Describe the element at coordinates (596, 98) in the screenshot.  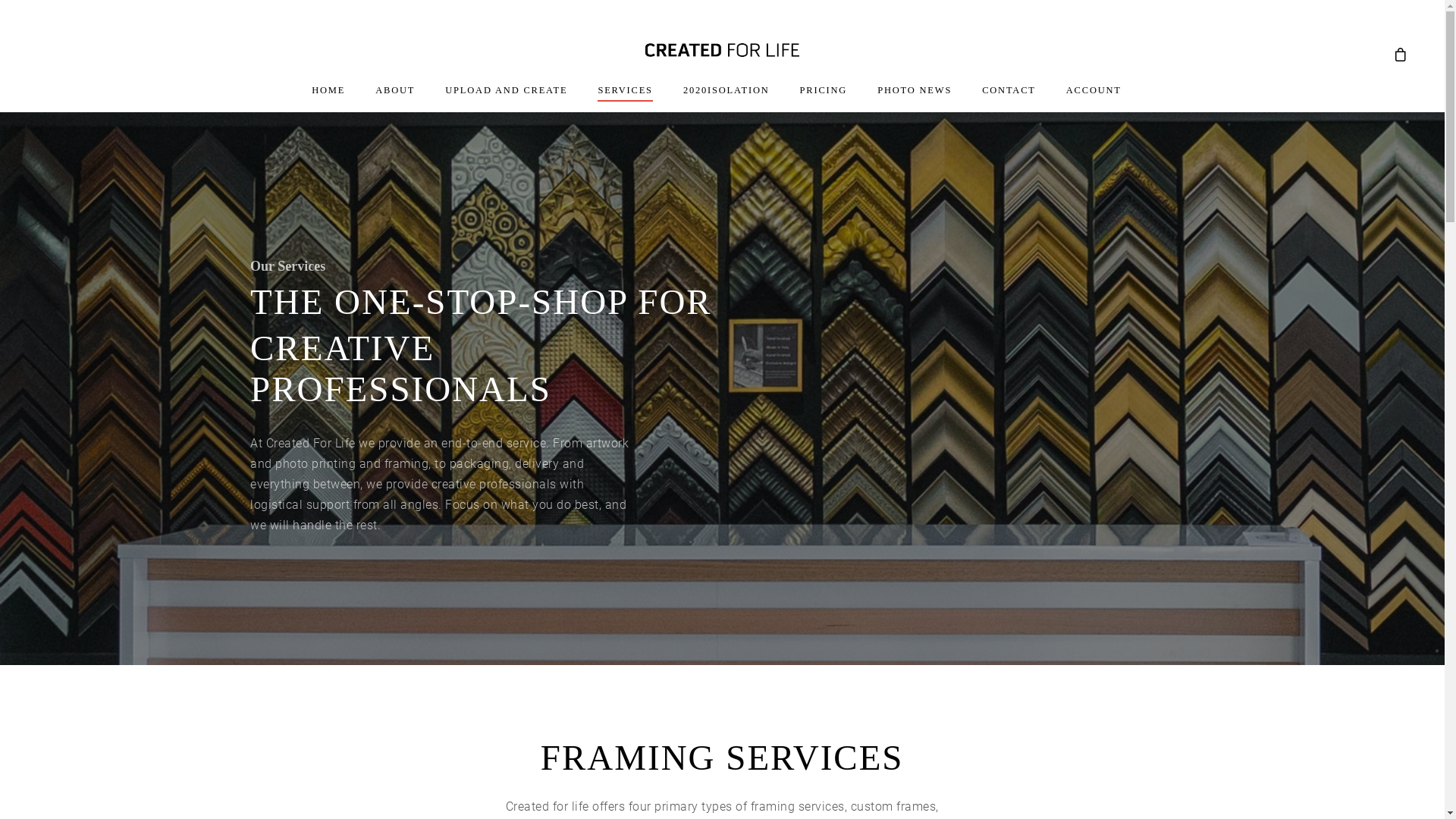
I see `'SERVICES'` at that location.